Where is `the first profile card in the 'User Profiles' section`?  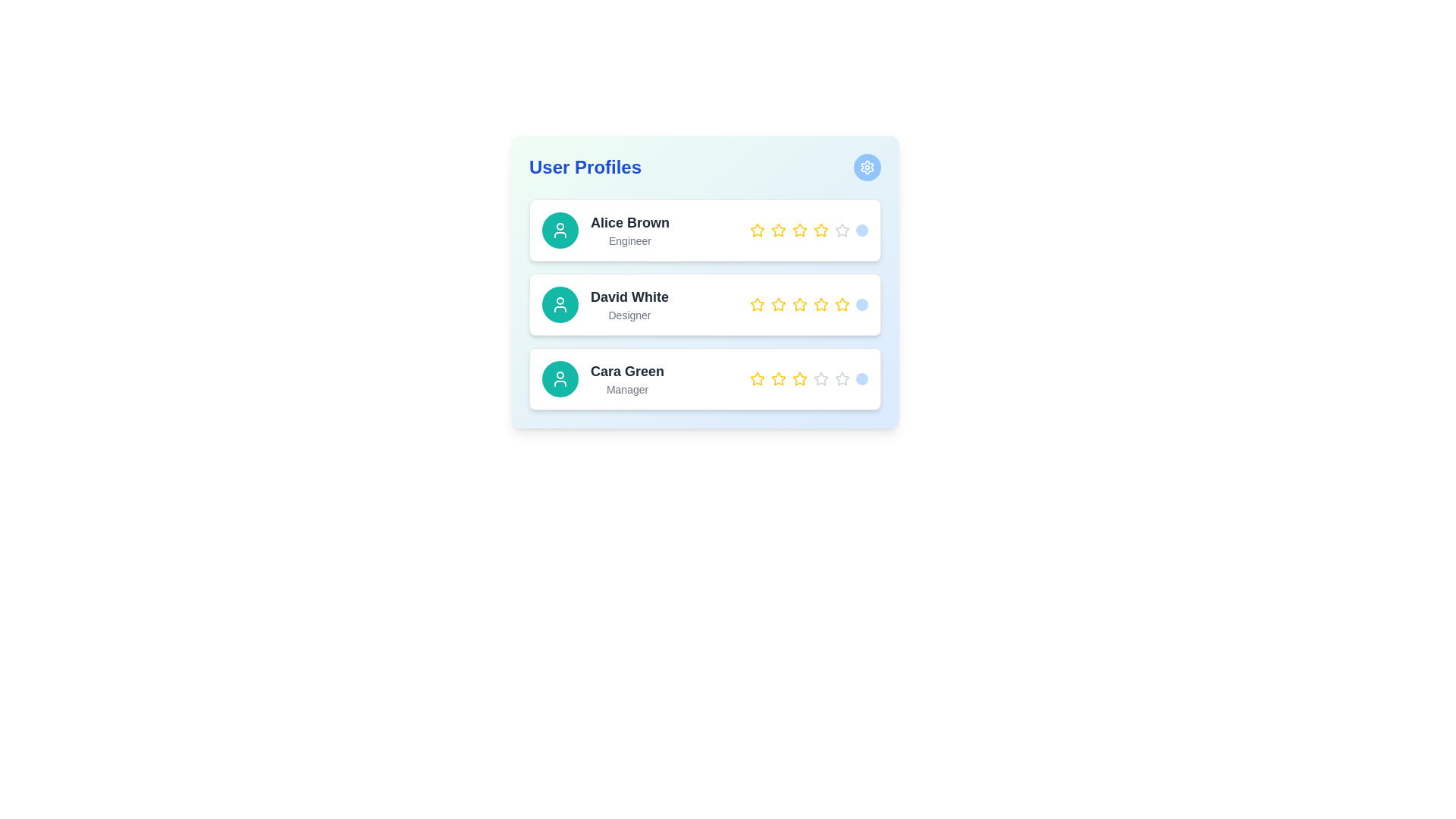
the first profile card in the 'User Profiles' section is located at coordinates (704, 231).